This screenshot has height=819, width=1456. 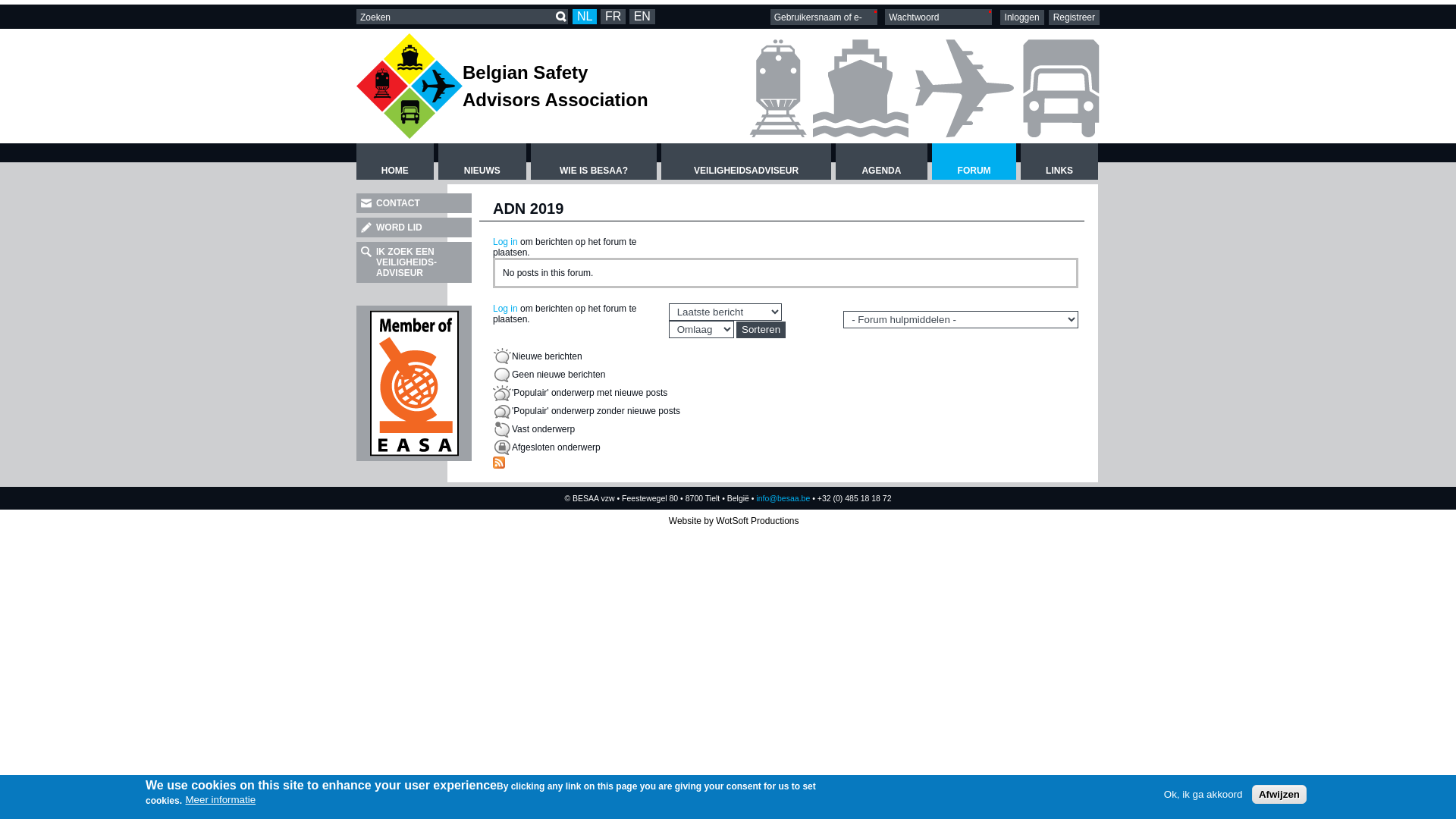 I want to click on 'Sorteren', so click(x=736, y=329).